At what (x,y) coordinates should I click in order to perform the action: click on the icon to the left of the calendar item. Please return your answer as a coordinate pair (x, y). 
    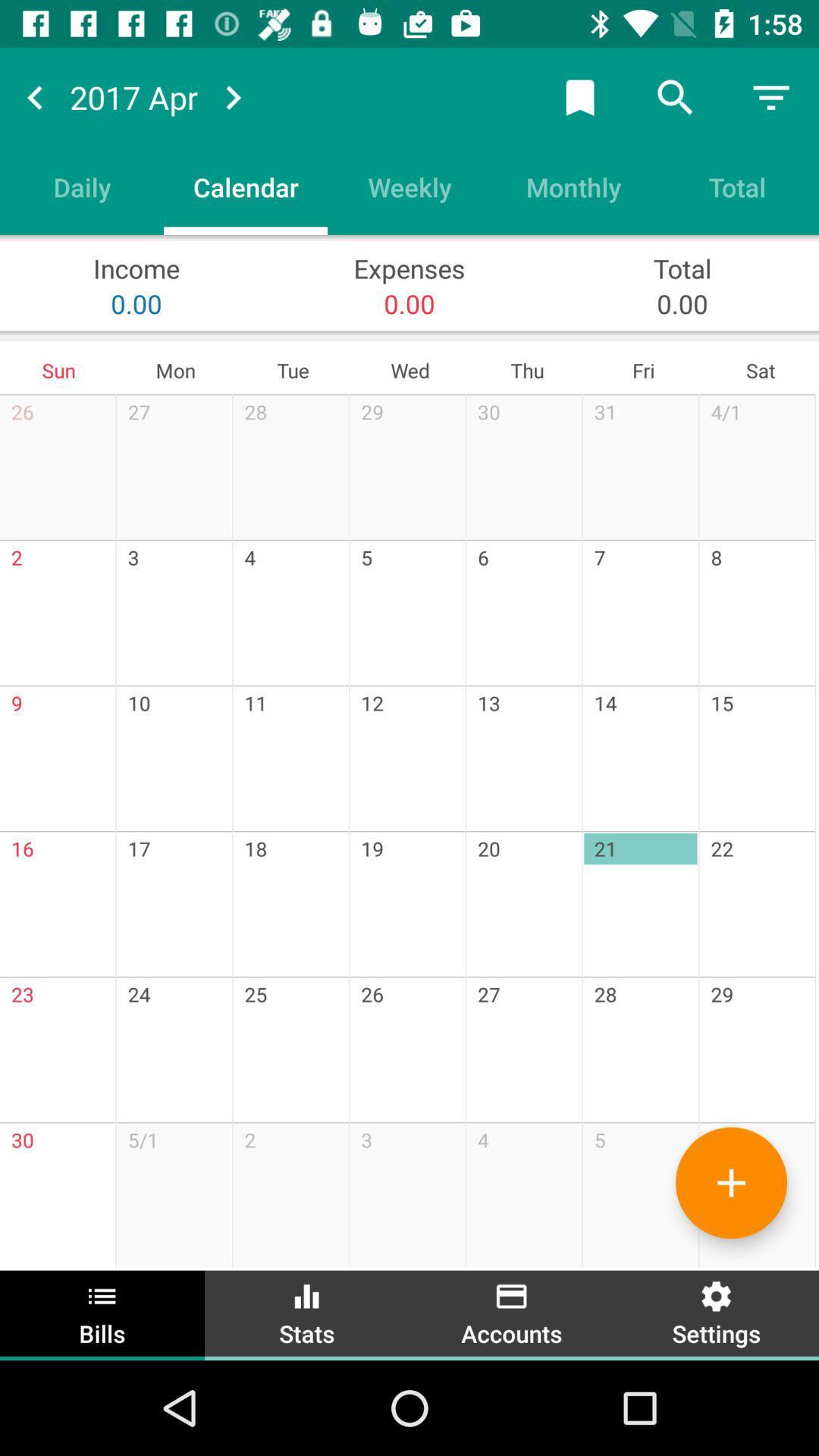
    Looking at the image, I should click on (82, 186).